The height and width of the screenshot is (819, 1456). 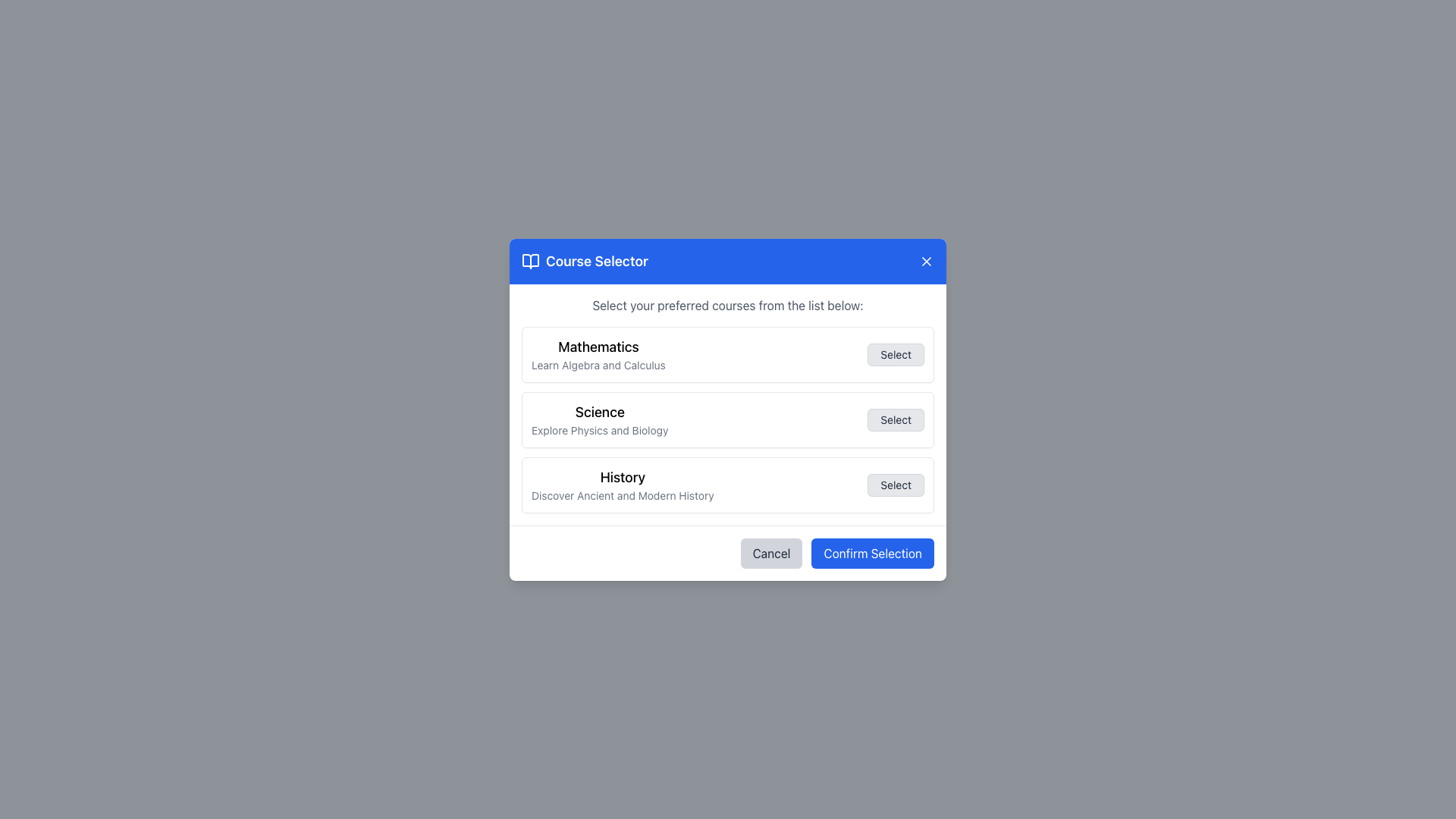 What do you see at coordinates (598, 354) in the screenshot?
I see `text from the Text Block displaying 'Mathematics' and 'Learn Algebra and Calculus', which is the first element in the course options modal` at bounding box center [598, 354].